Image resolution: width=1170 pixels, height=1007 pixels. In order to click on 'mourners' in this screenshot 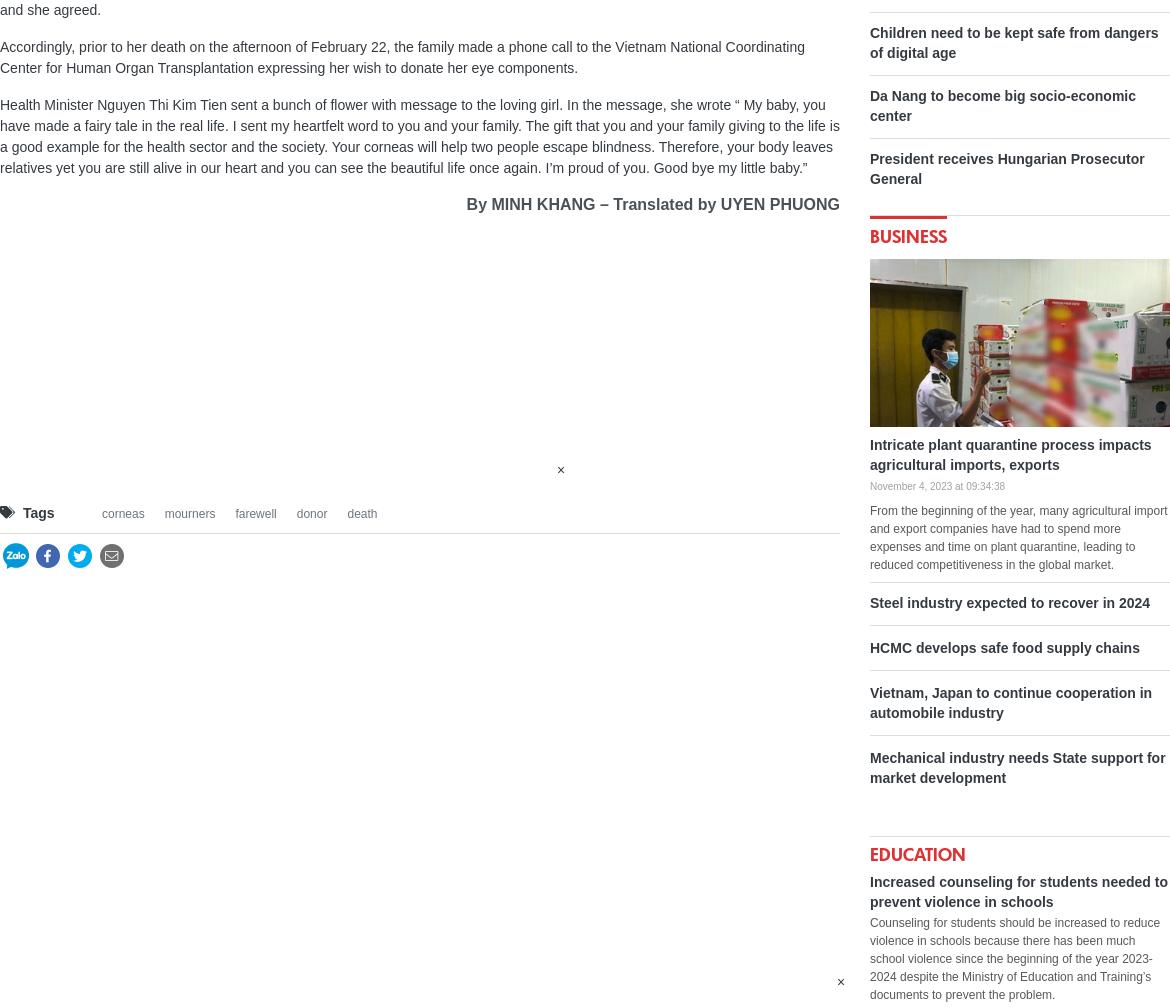, I will do `click(188, 511)`.